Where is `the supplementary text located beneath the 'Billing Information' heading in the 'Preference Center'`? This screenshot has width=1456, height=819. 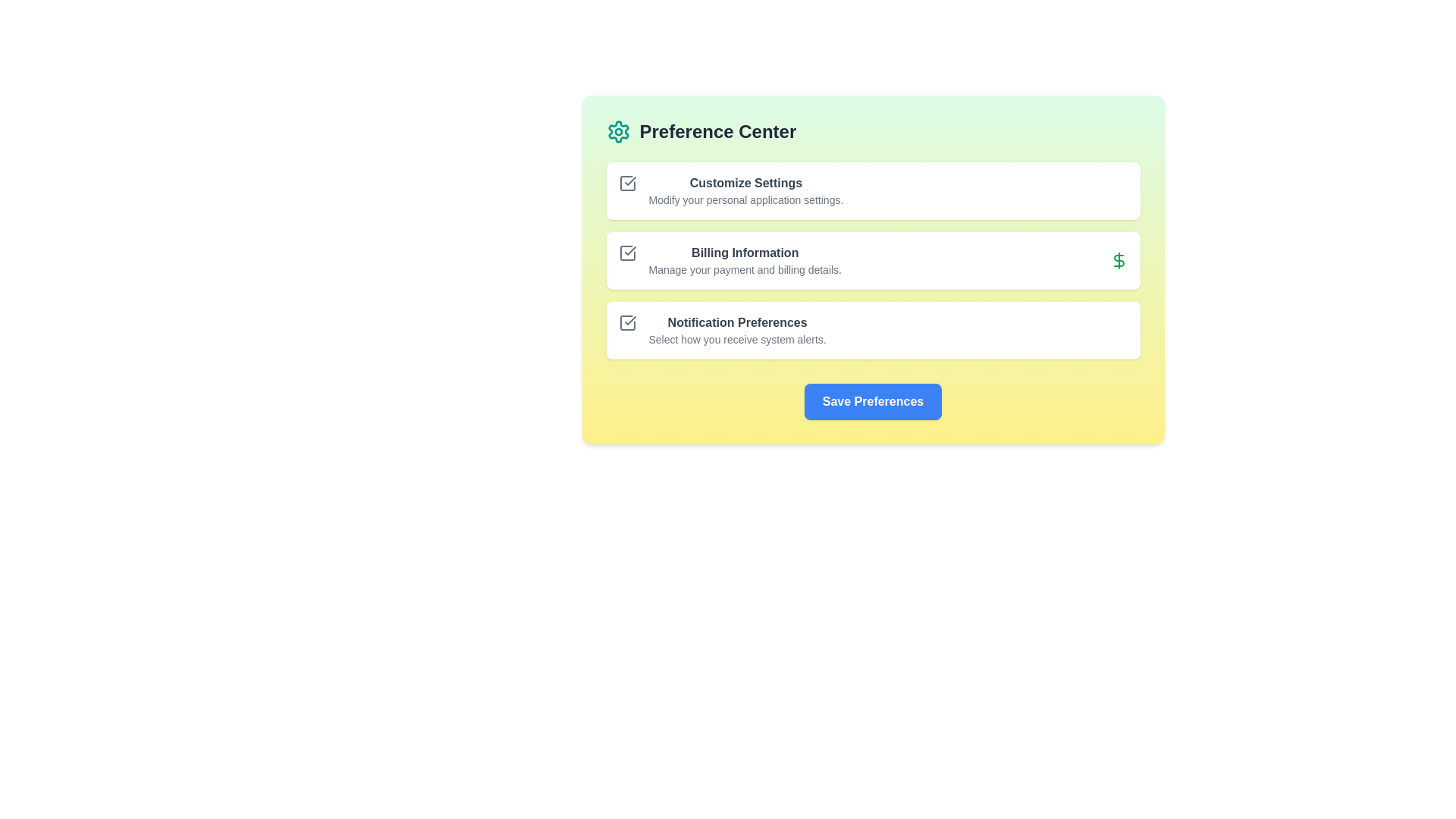 the supplementary text located beneath the 'Billing Information' heading in the 'Preference Center' is located at coordinates (745, 268).